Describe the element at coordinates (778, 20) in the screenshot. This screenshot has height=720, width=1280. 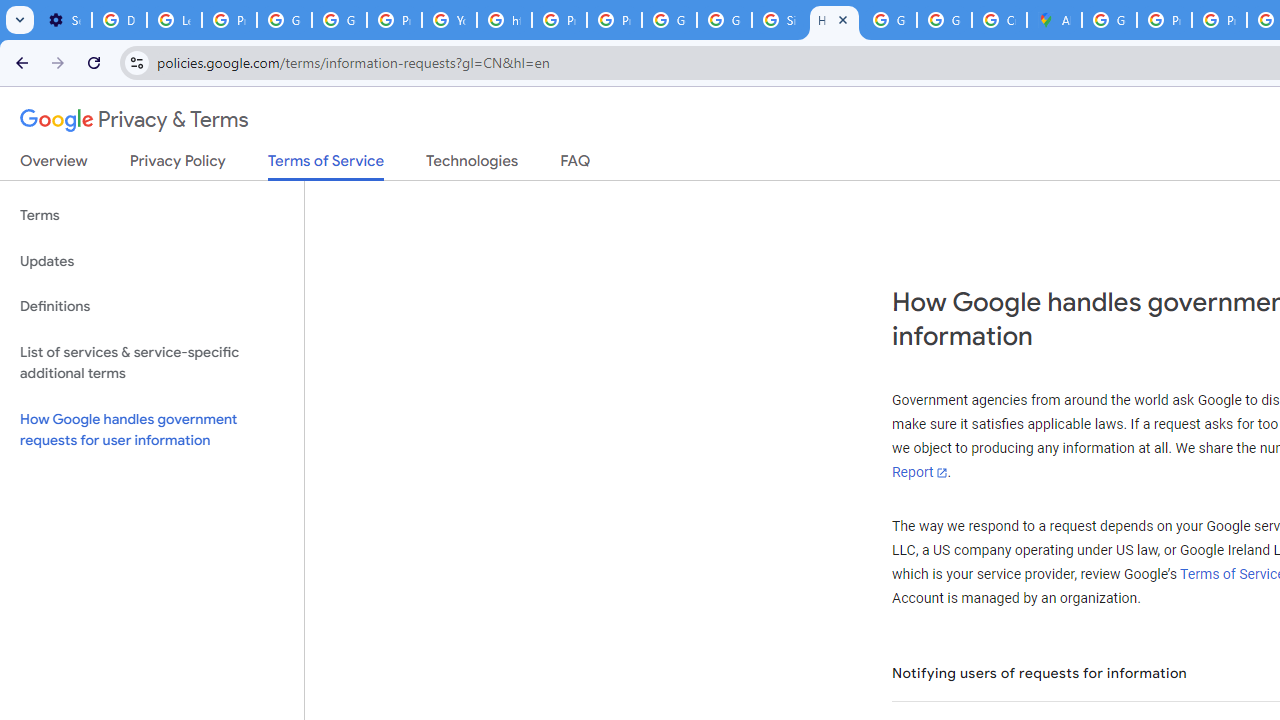
I see `'Sign in - Google Accounts'` at that location.